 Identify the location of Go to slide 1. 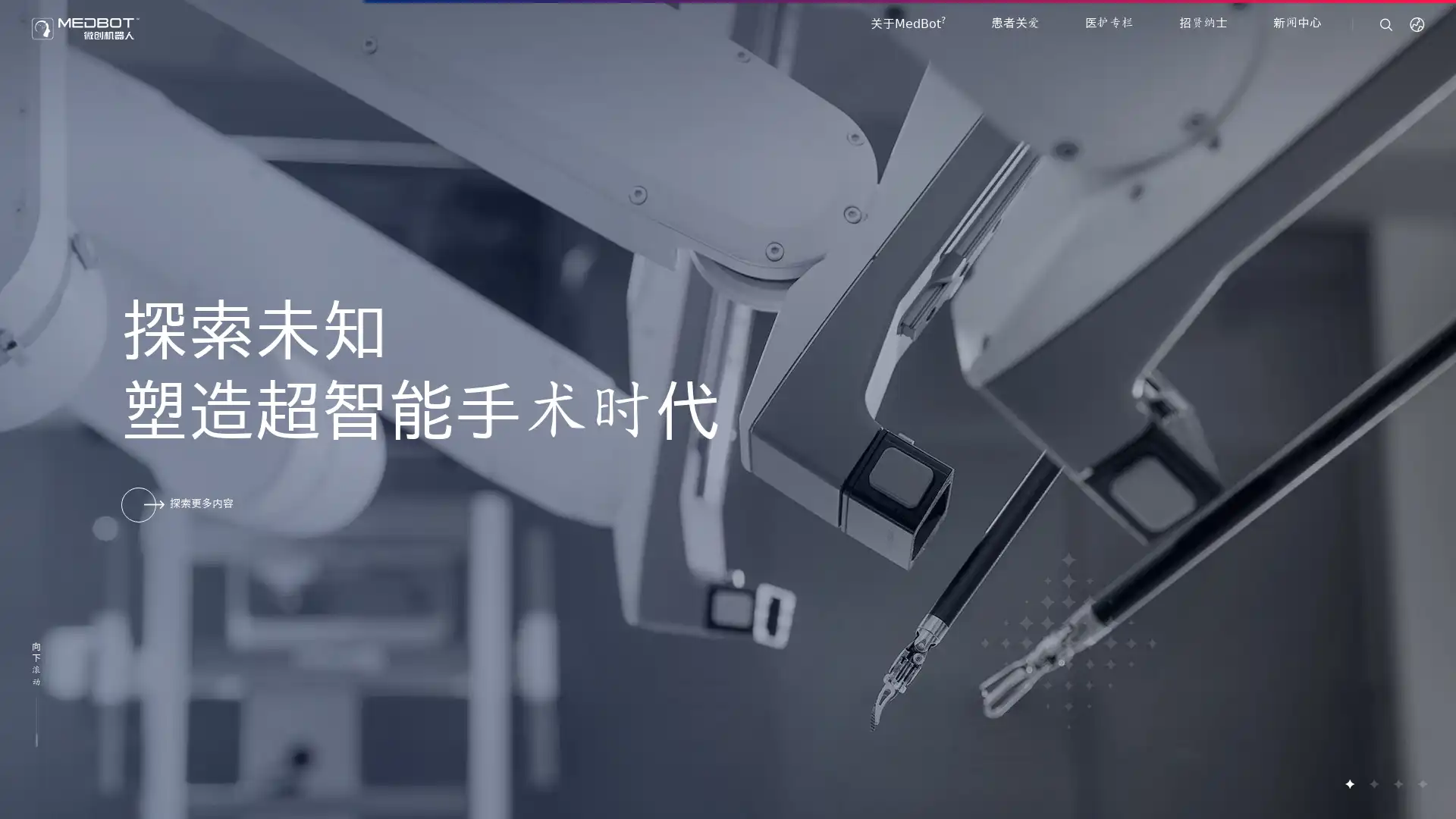
(1349, 783).